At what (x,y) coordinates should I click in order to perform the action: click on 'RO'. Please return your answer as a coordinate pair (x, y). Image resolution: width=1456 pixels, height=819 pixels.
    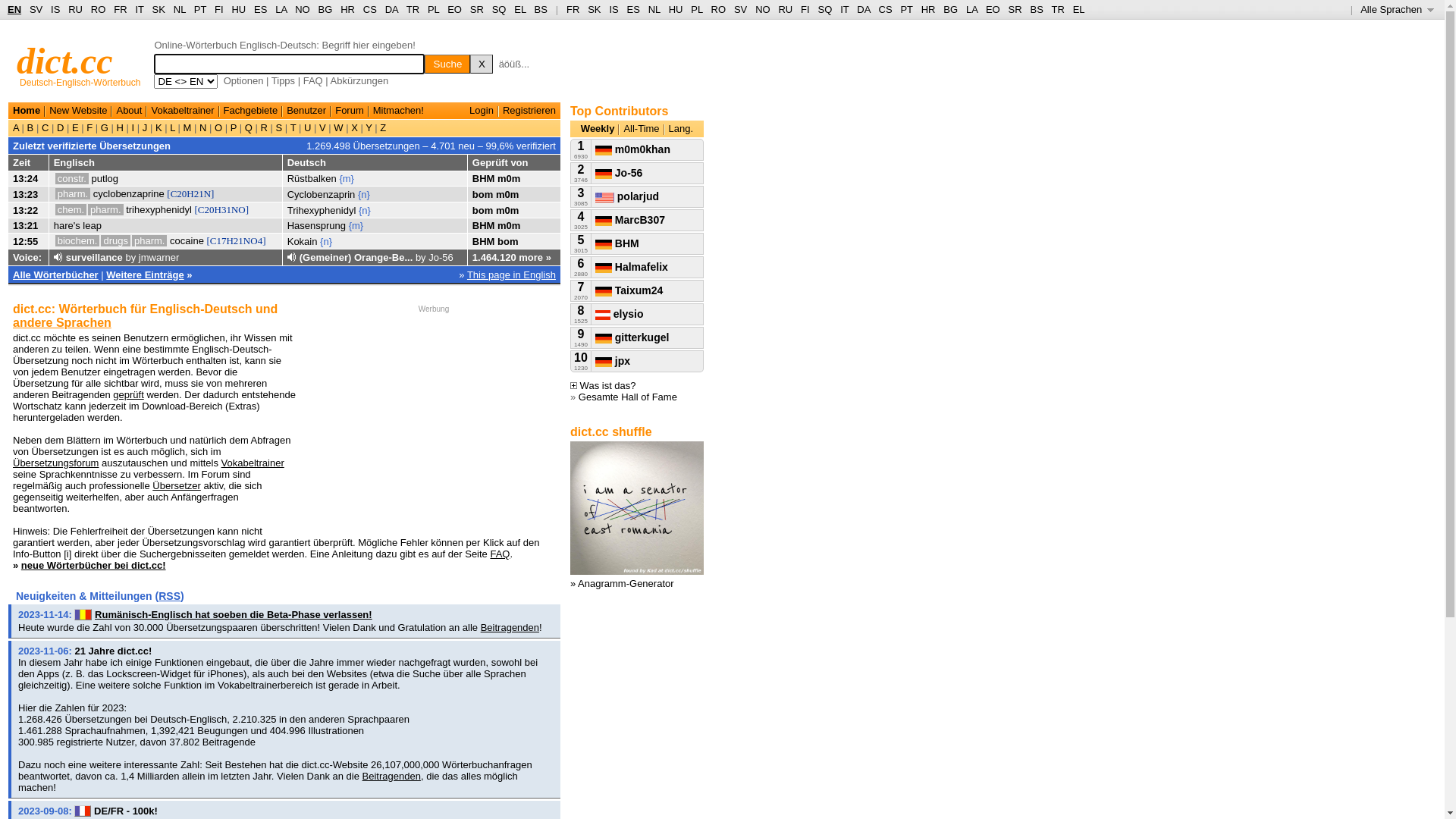
    Looking at the image, I should click on (718, 9).